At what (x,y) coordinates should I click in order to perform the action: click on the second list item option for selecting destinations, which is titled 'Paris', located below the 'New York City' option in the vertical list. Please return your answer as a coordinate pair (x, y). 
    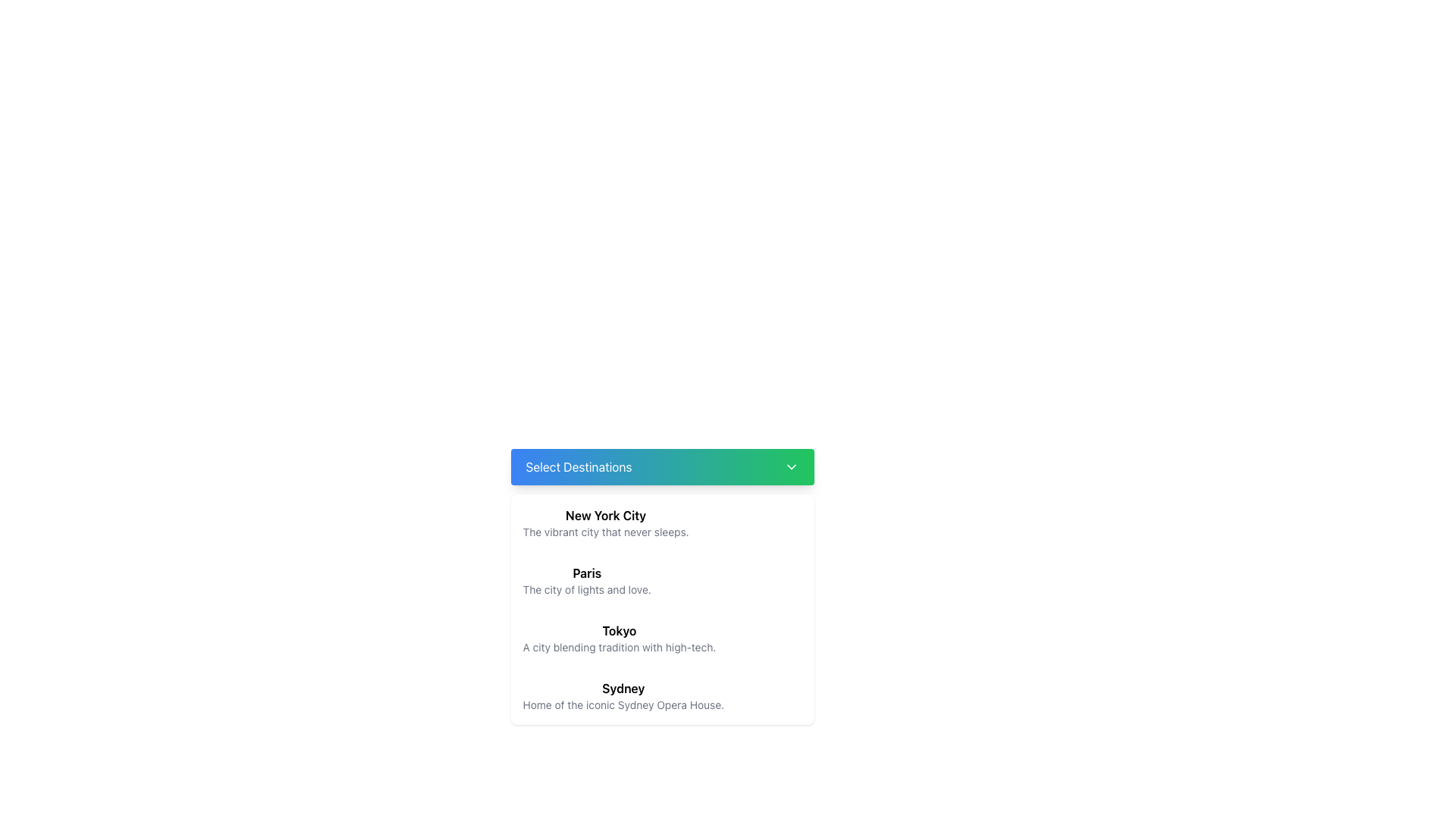
    Looking at the image, I should click on (662, 586).